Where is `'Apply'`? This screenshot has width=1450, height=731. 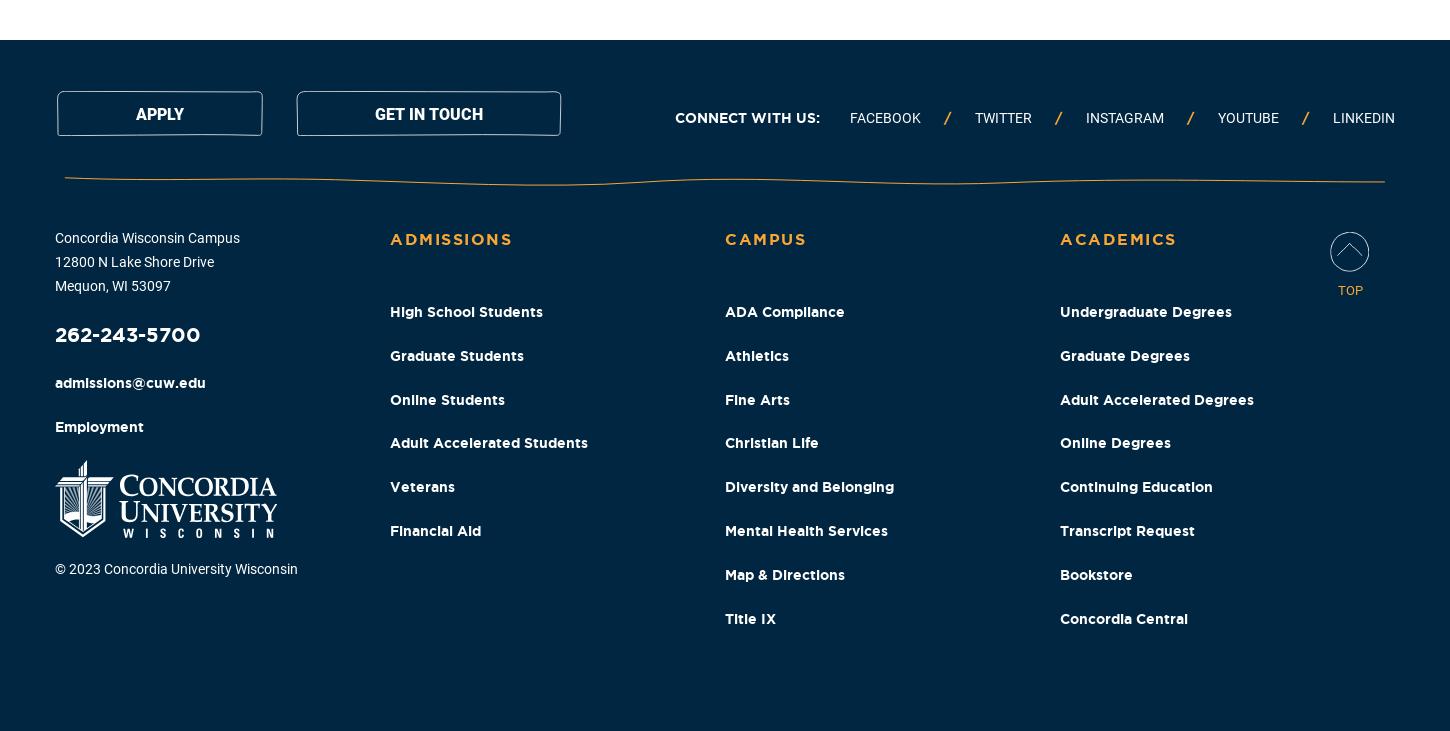
'Apply' is located at coordinates (158, 113).